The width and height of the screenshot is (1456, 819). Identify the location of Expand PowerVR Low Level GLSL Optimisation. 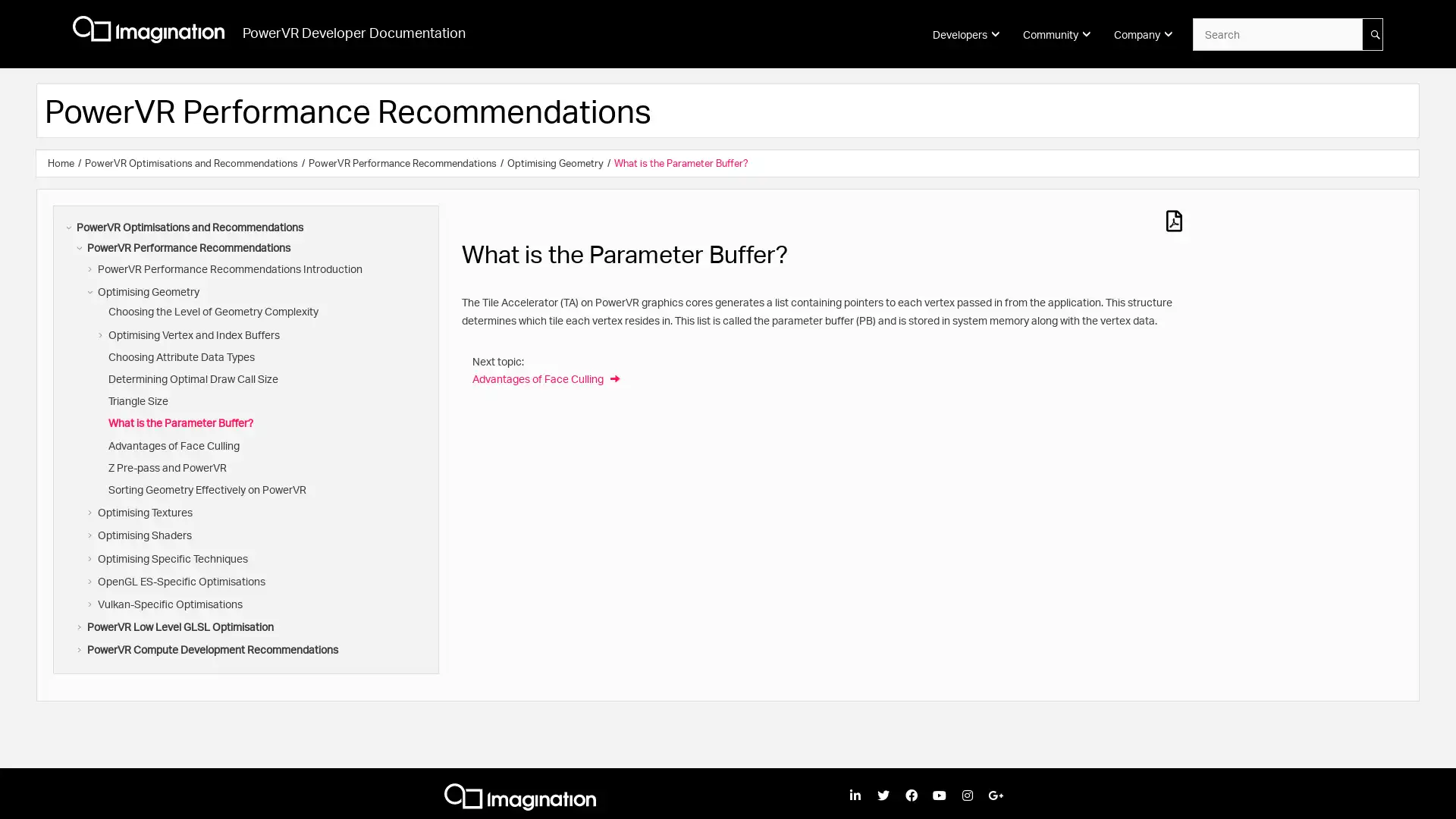
(80, 626).